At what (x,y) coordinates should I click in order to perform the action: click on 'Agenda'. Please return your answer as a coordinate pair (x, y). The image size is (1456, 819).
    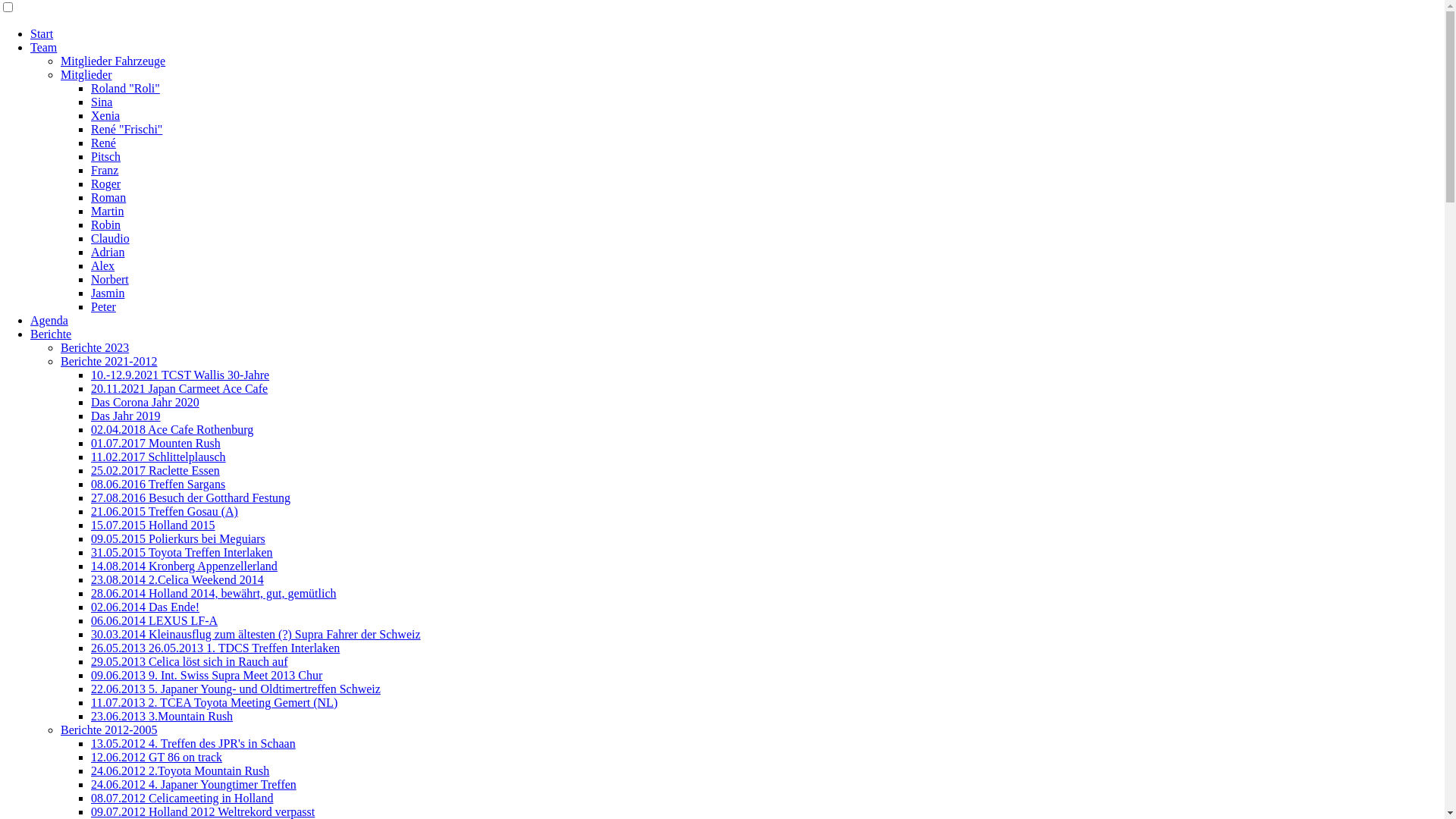
    Looking at the image, I should click on (30, 319).